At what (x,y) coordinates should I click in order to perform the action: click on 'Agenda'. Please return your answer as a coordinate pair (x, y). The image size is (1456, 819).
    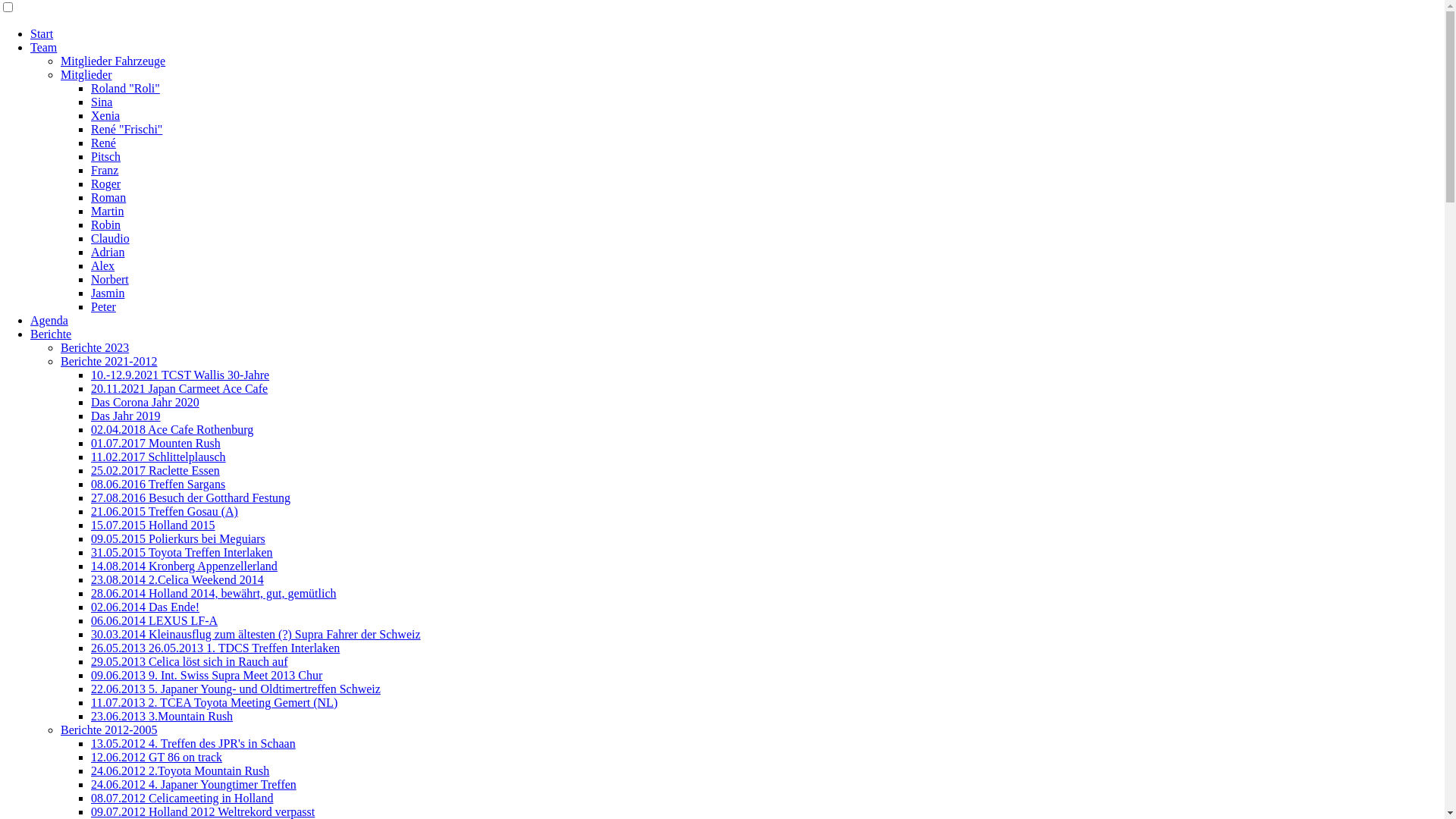
    Looking at the image, I should click on (30, 319).